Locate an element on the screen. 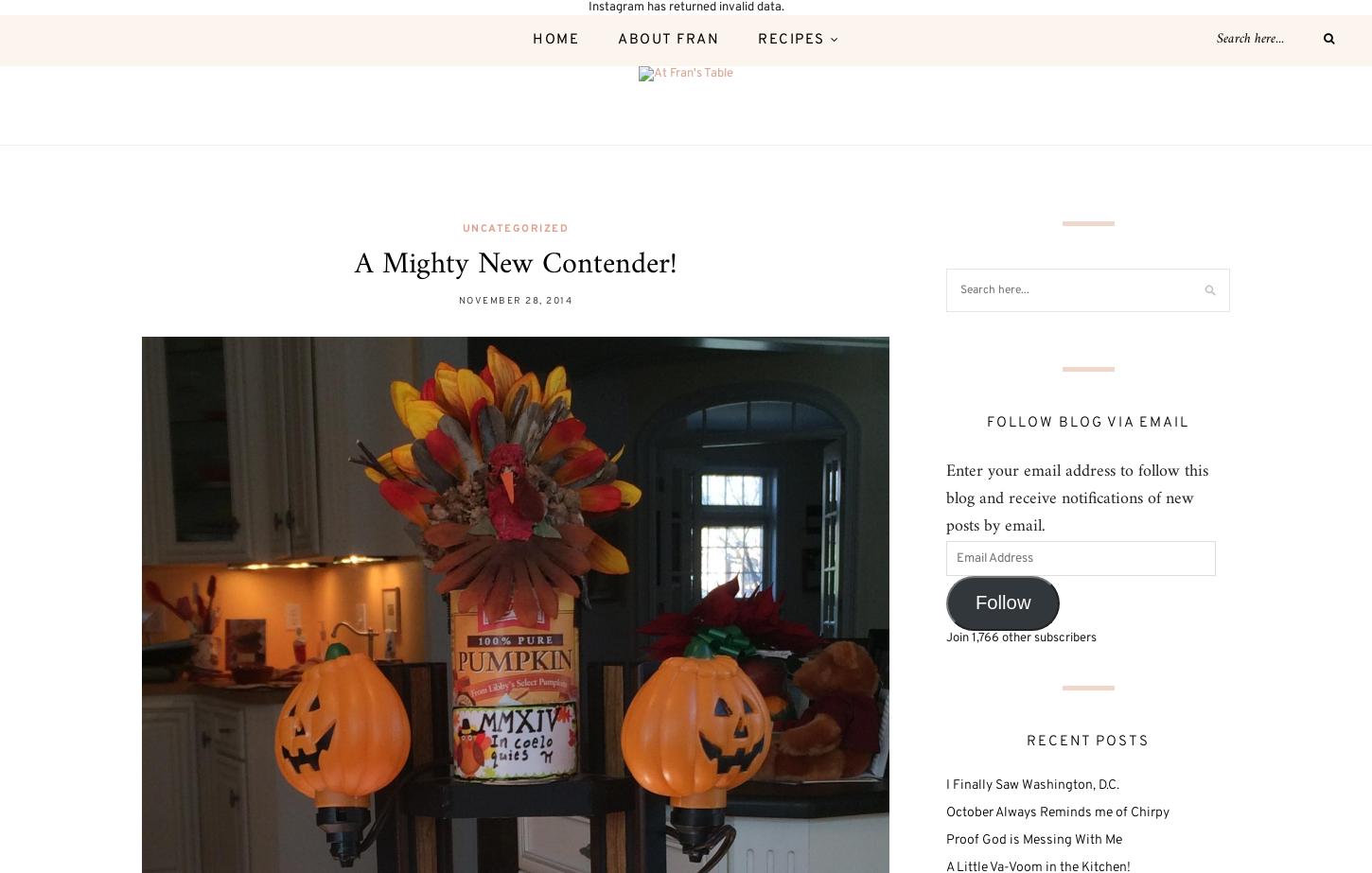  'Proof God is Messing With Me' is located at coordinates (1033, 839).